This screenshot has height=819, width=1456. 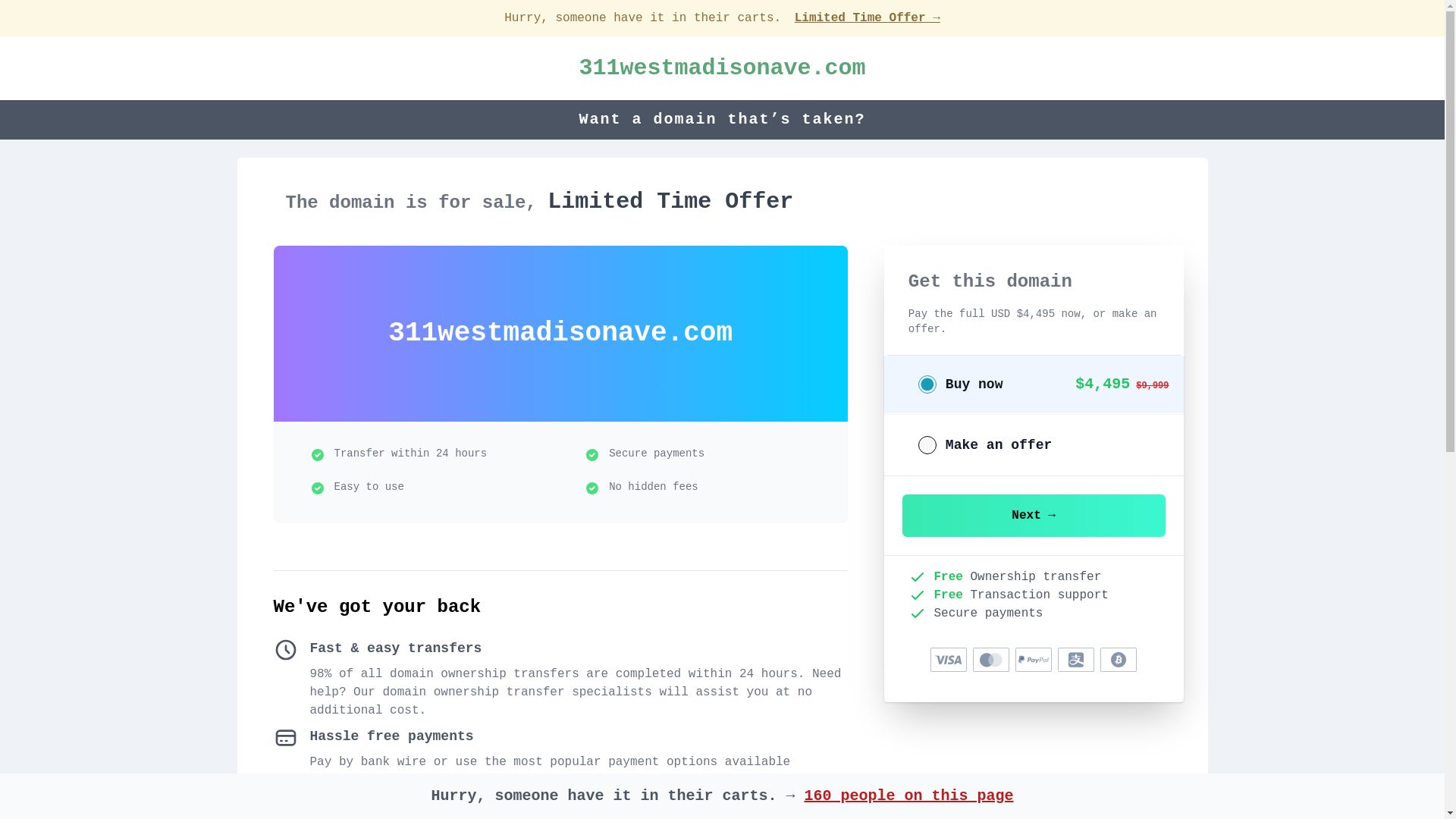 I want to click on '311westmadisonave.com', so click(x=720, y=67).